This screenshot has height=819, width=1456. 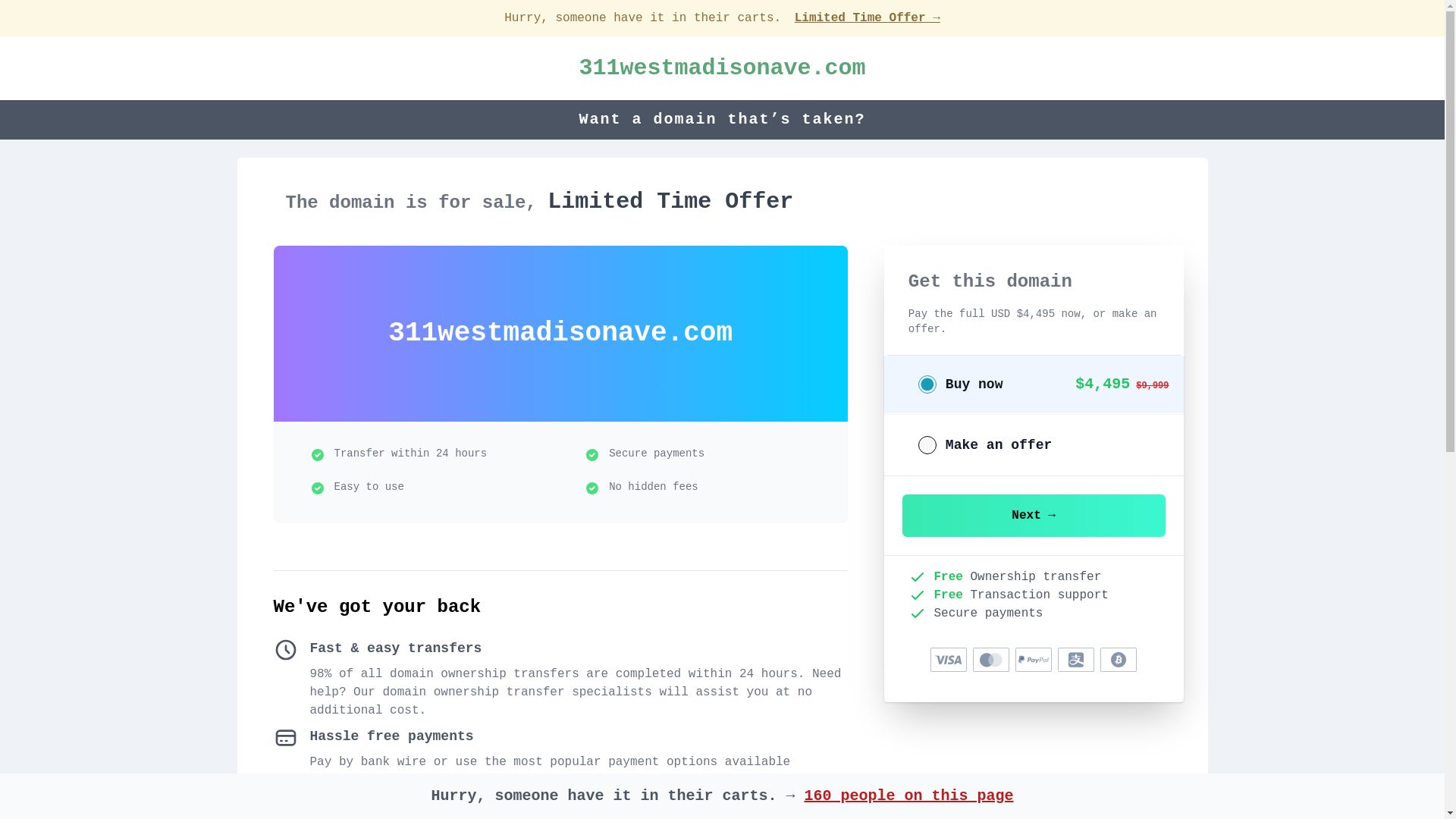 I want to click on '311westmadisonave.com', so click(x=720, y=67).